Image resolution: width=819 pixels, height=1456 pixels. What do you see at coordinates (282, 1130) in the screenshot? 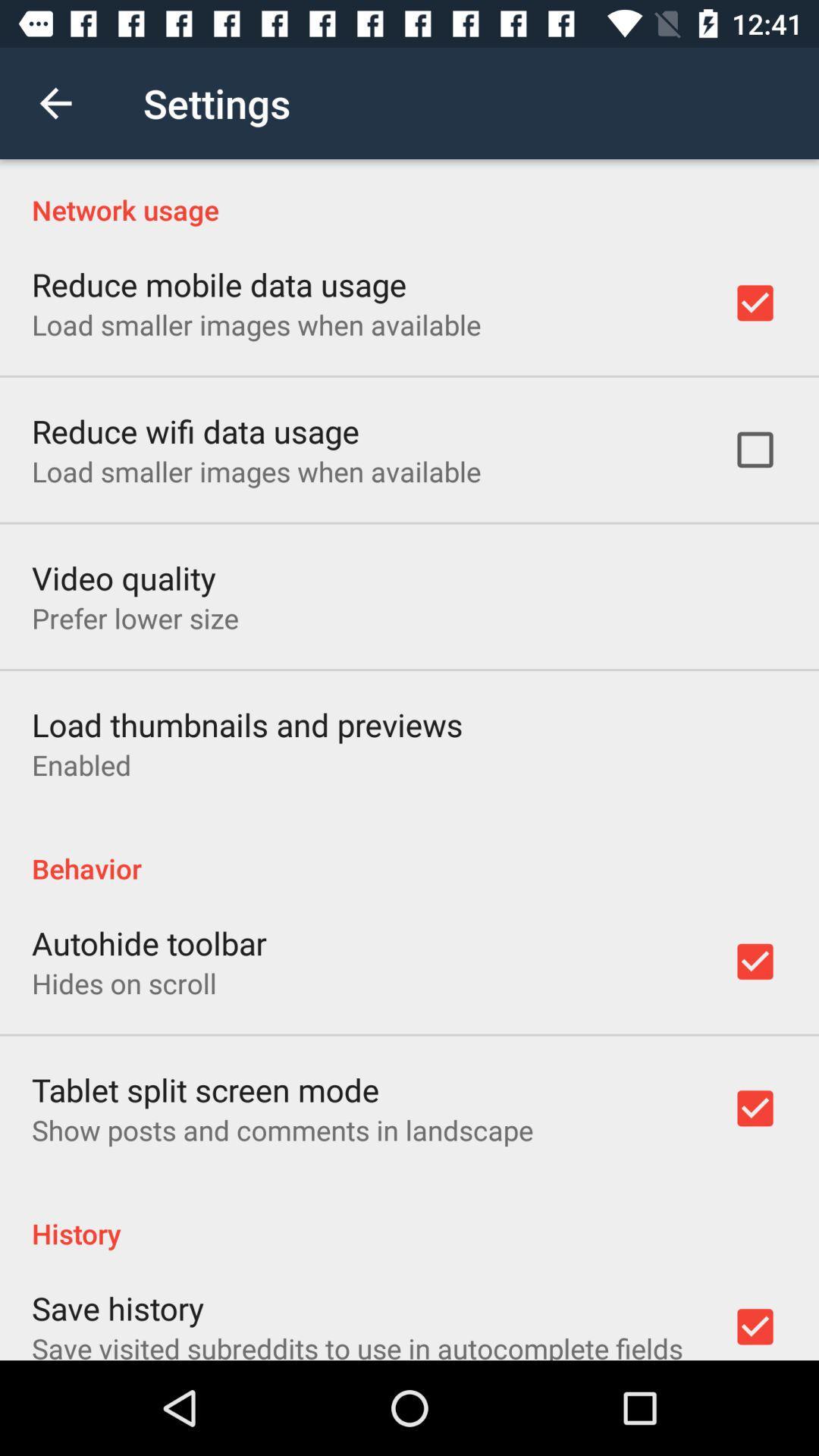
I see `the show posts and icon` at bounding box center [282, 1130].